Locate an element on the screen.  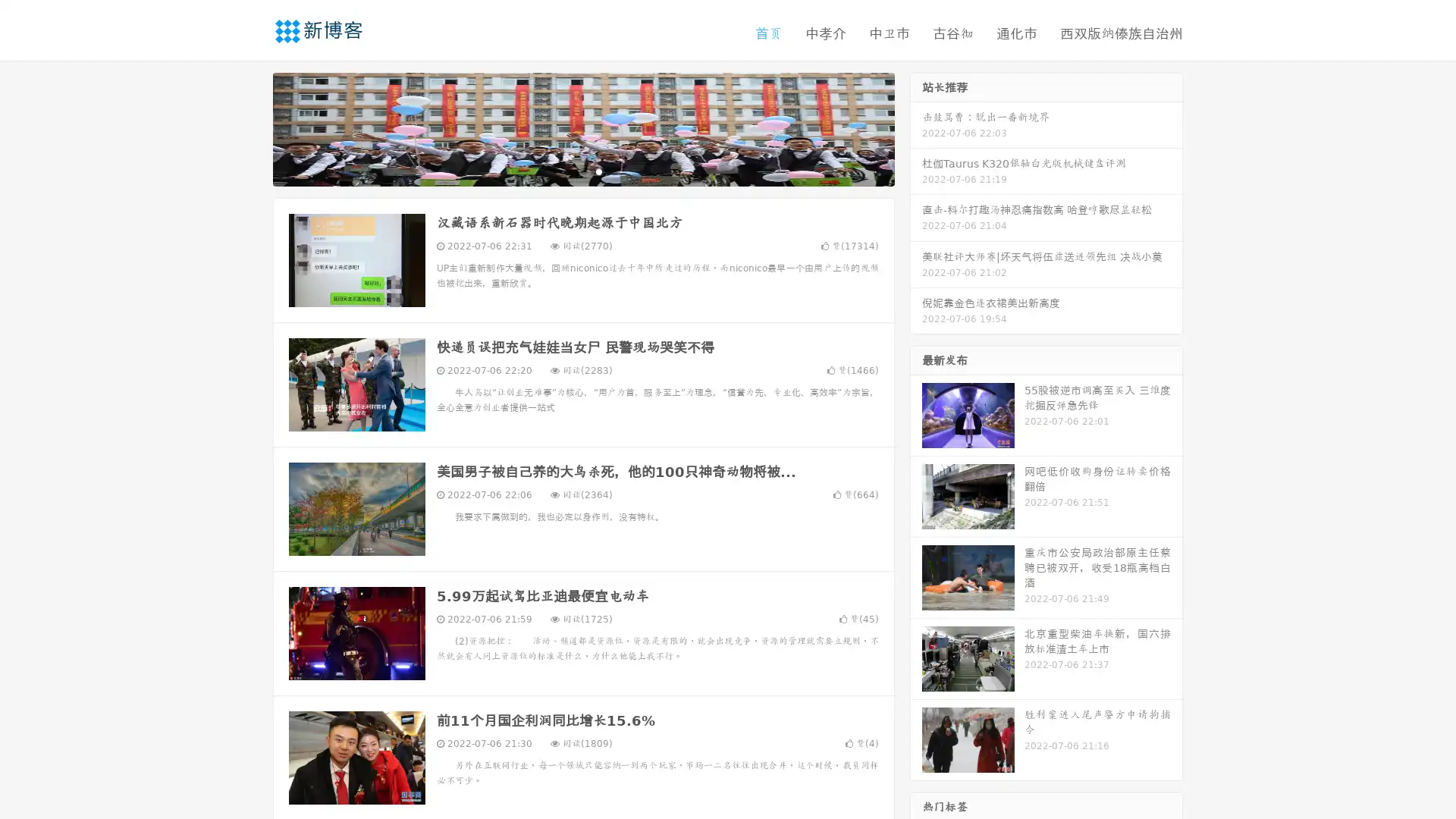
Next slide is located at coordinates (916, 127).